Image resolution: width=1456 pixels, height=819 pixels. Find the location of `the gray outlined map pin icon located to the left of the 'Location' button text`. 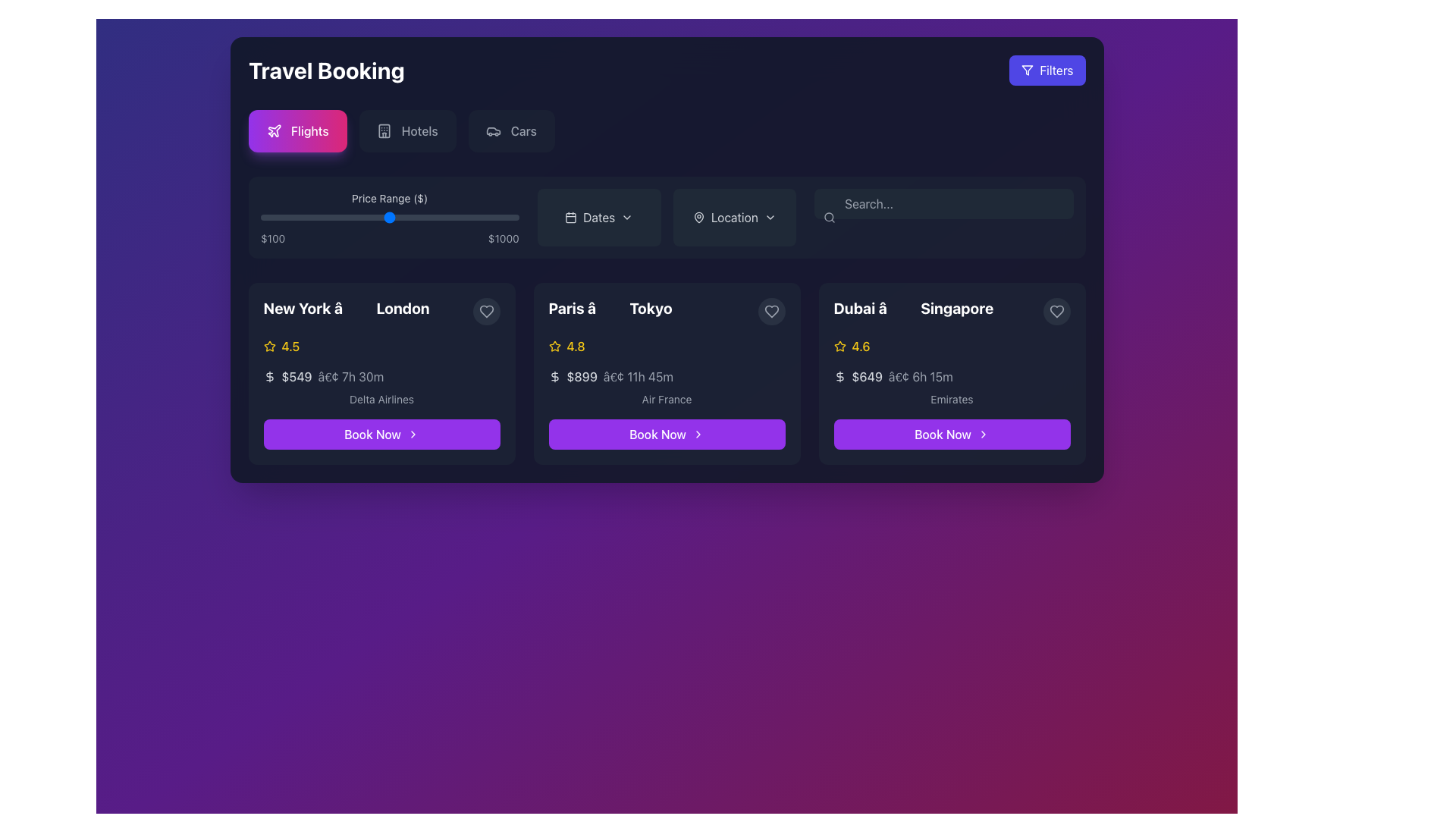

the gray outlined map pin icon located to the left of the 'Location' button text is located at coordinates (698, 217).